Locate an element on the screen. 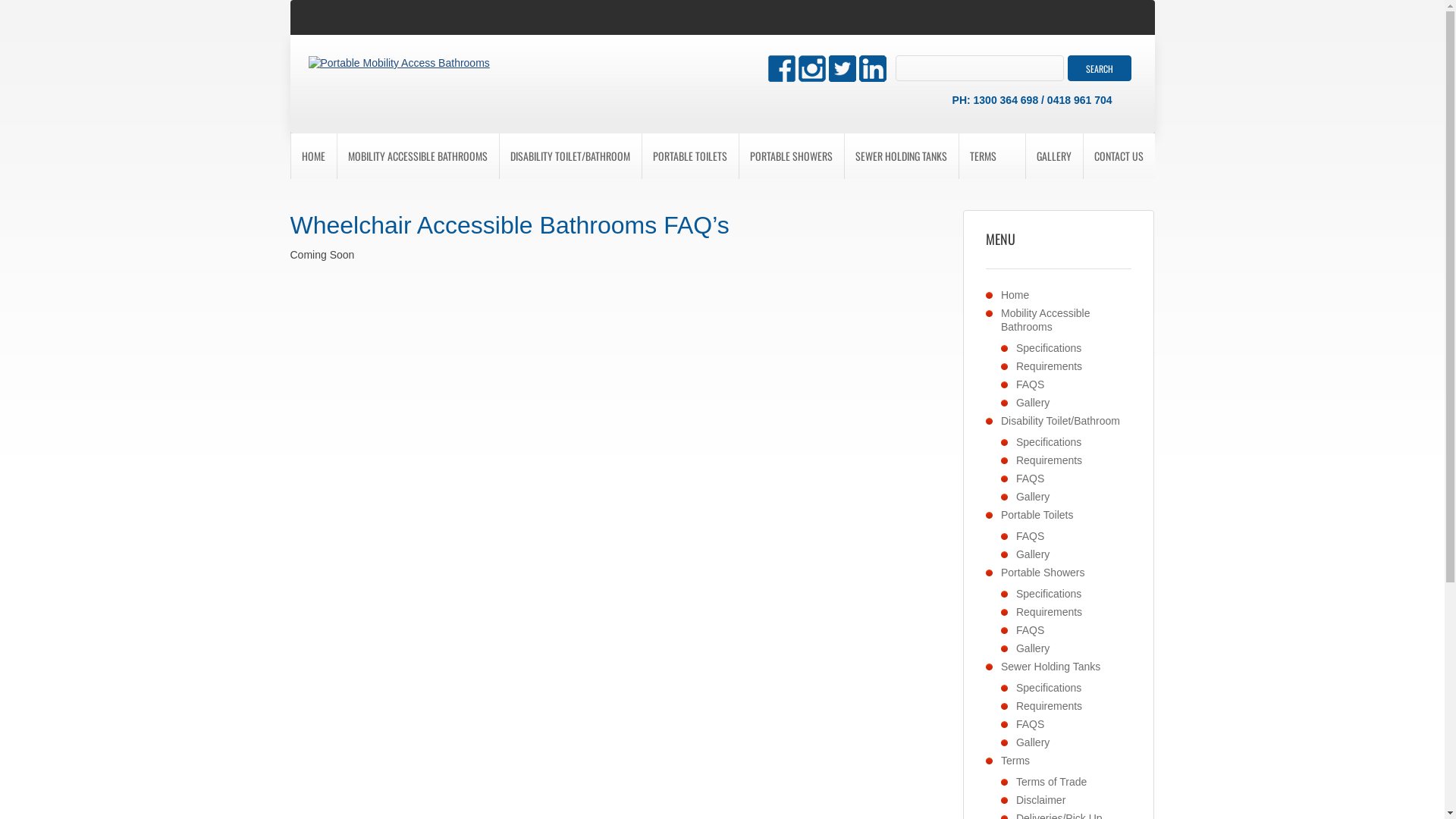  'HOME' is located at coordinates (312, 155).